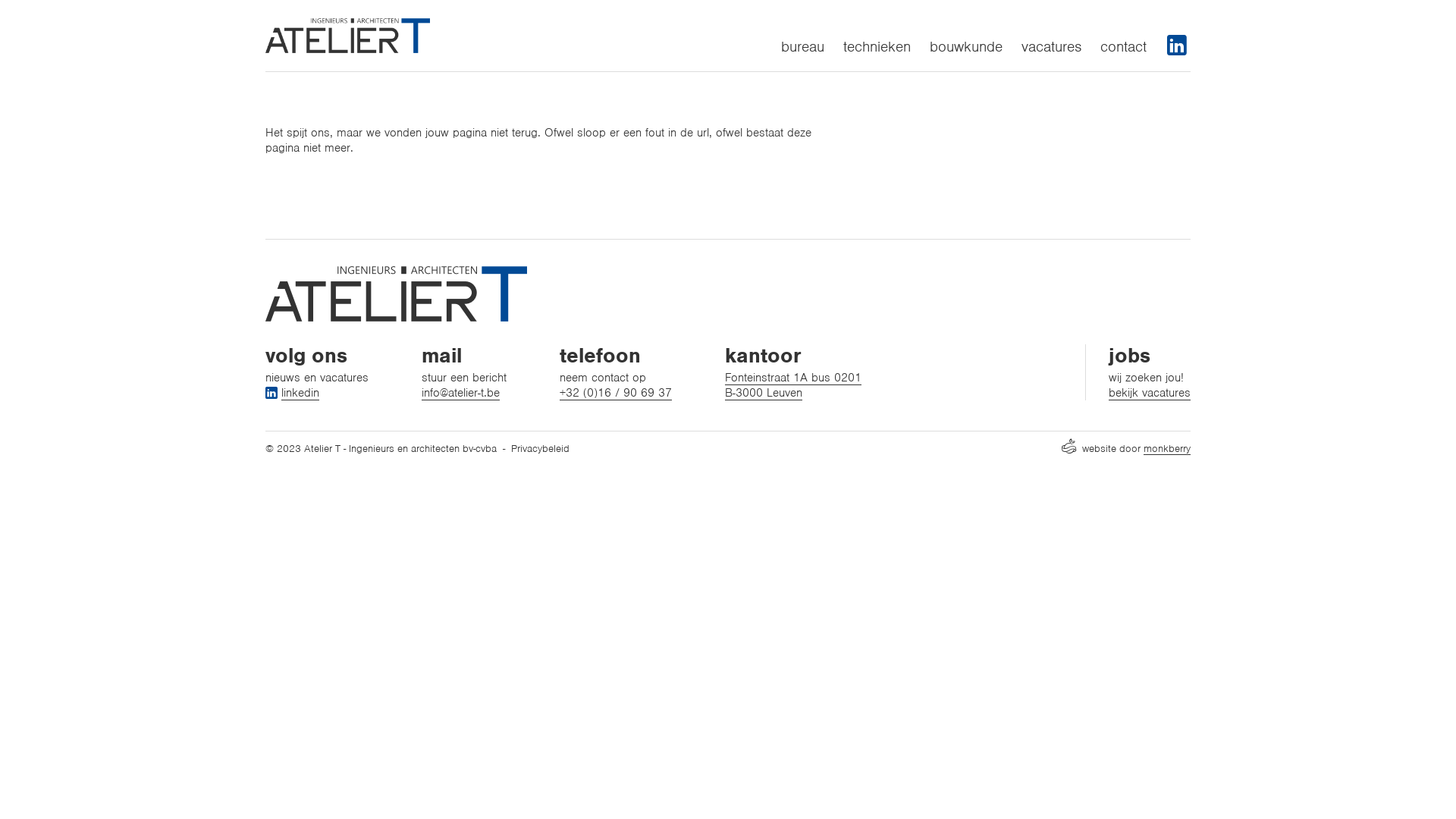 Image resolution: width=1456 pixels, height=819 pixels. I want to click on 'info@atelier-t.be', so click(422, 391).